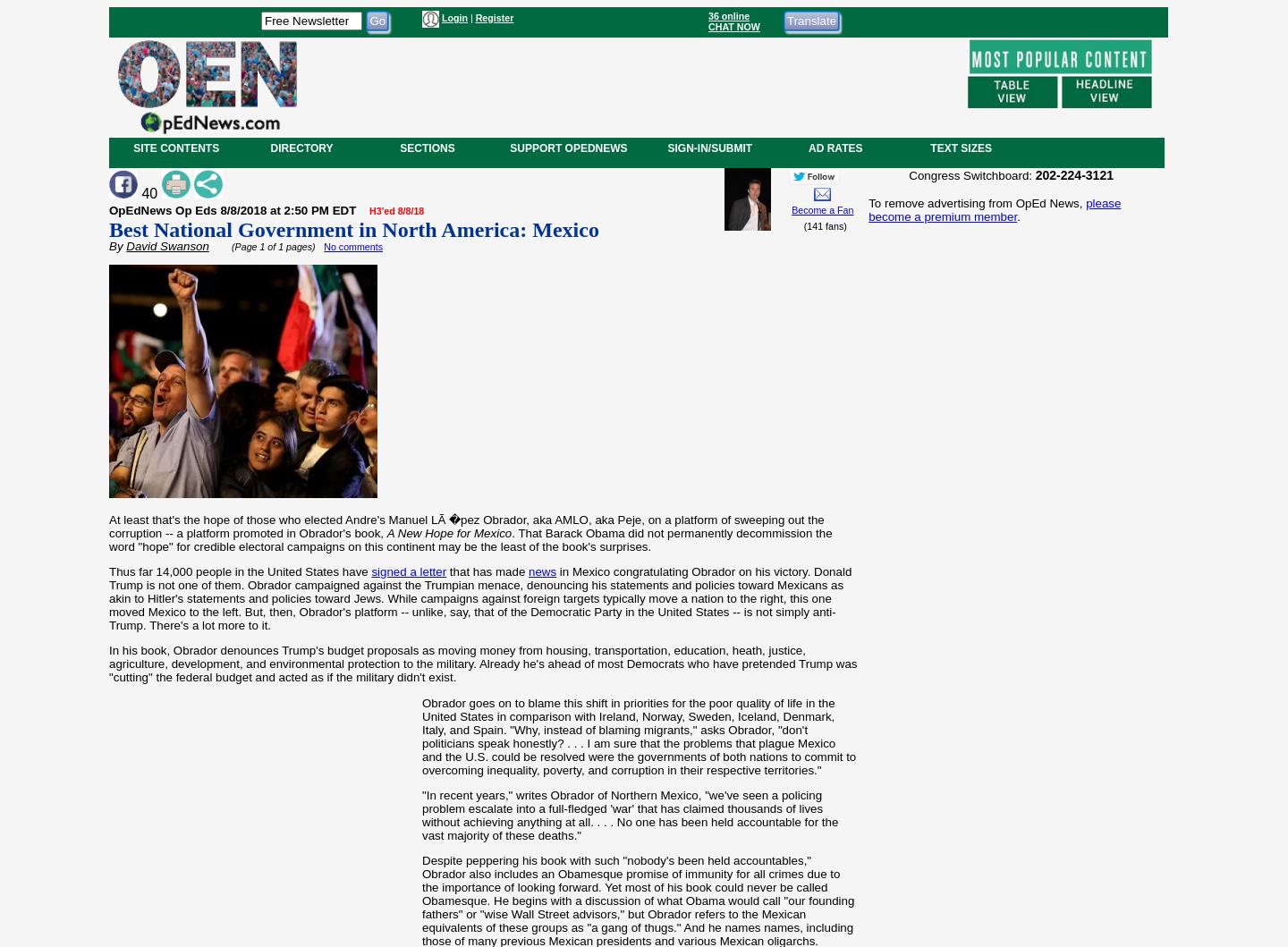 The height and width of the screenshot is (947, 1288). I want to click on '(141 fans)', so click(822, 225).